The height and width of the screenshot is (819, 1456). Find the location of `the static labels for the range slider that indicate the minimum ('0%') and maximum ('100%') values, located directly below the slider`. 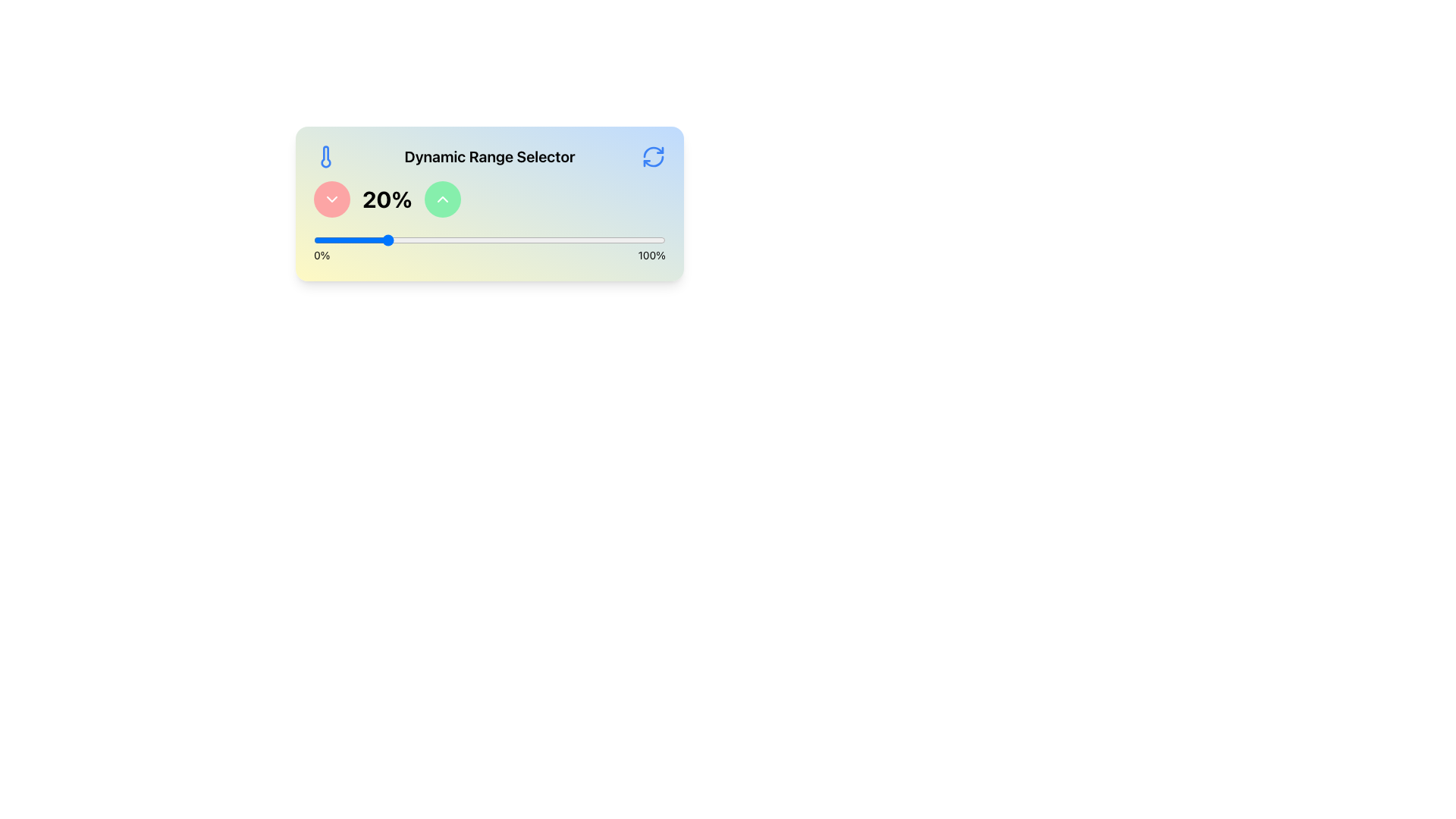

the static labels for the range slider that indicate the minimum ('0%') and maximum ('100%') values, located directly below the slider is located at coordinates (490, 254).